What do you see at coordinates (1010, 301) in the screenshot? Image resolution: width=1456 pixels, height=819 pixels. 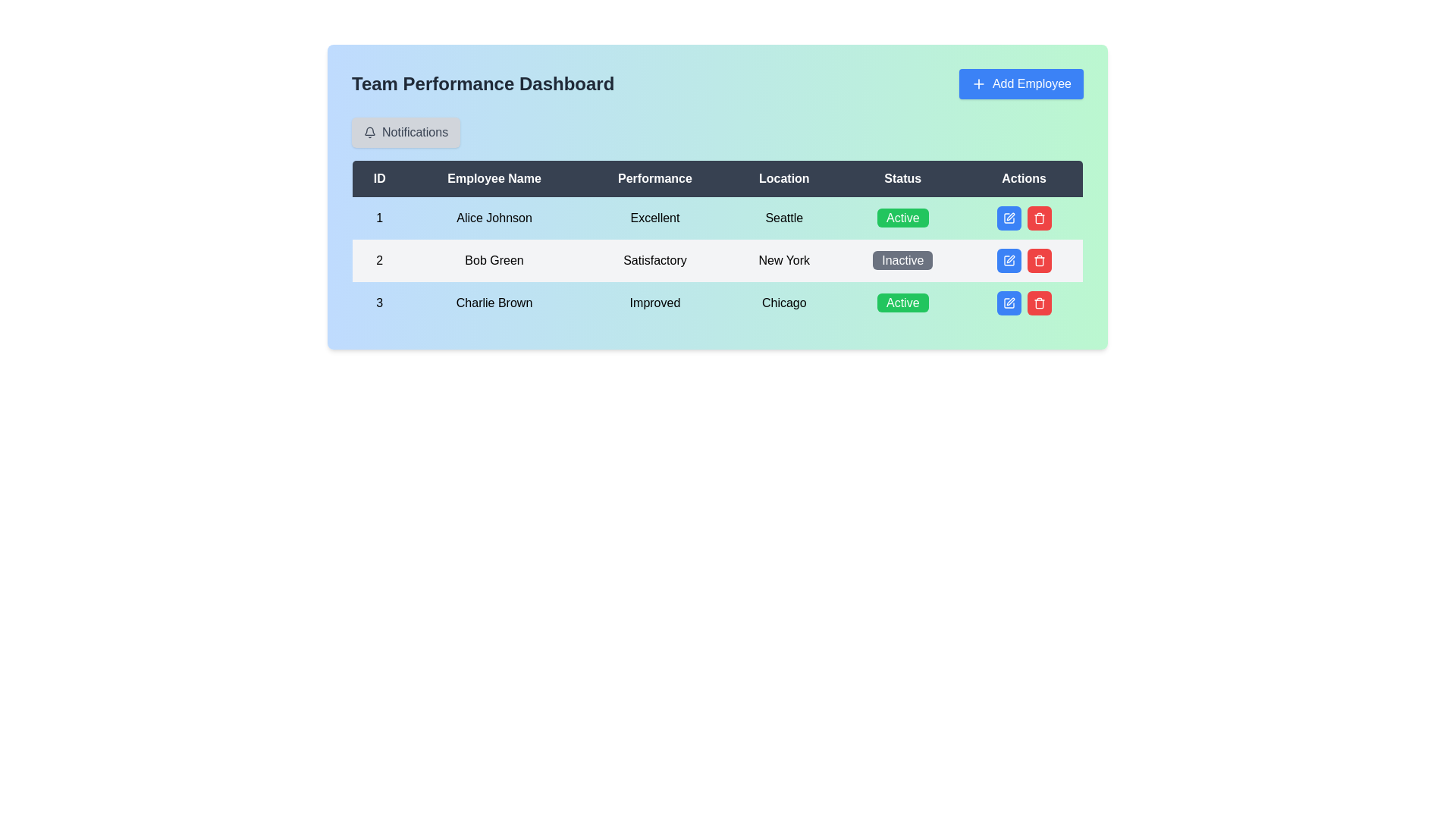 I see `the pen icon button located in the 'Actions' column of the second row in the data table` at bounding box center [1010, 301].